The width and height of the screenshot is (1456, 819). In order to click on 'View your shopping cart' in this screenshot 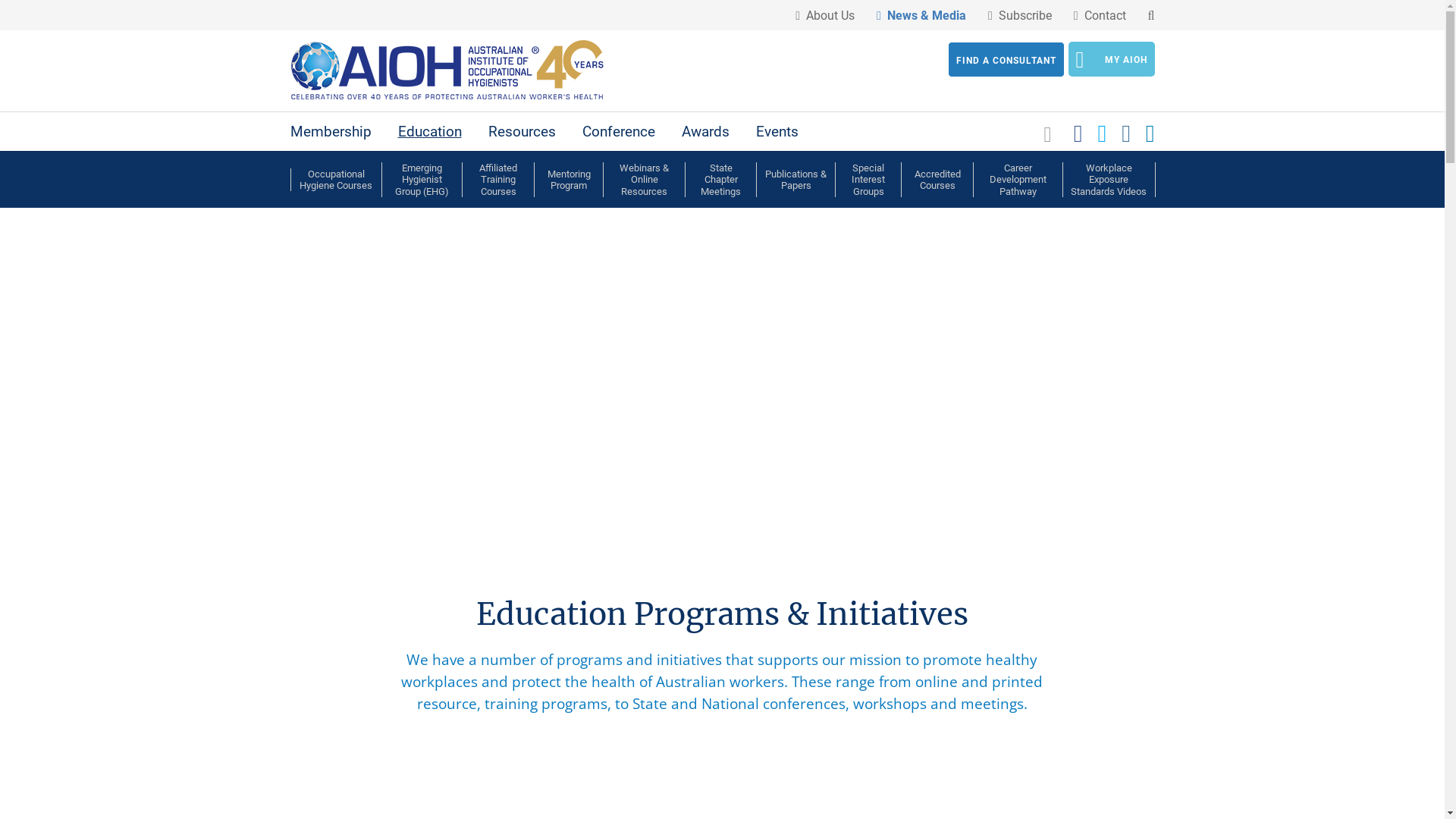, I will do `click(1049, 131)`.